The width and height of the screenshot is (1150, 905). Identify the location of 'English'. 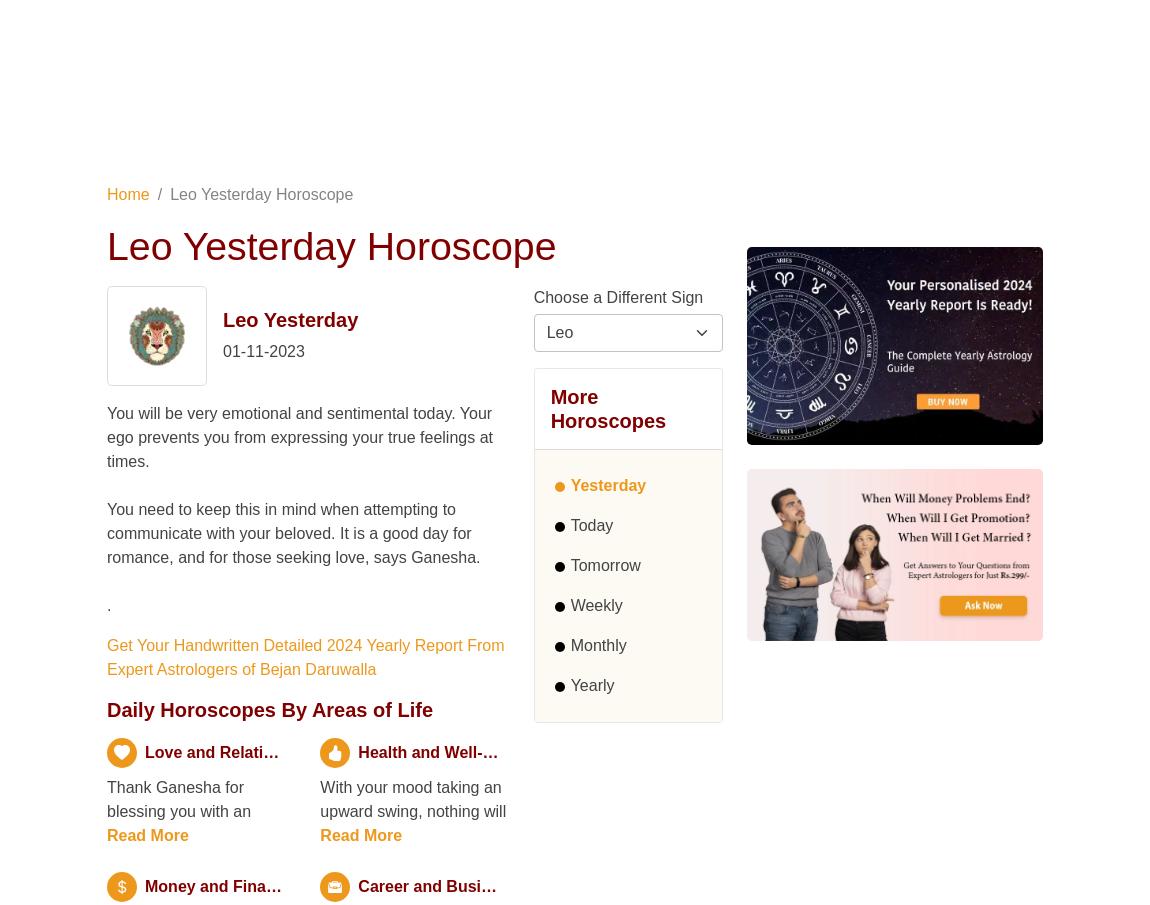
(935, 20).